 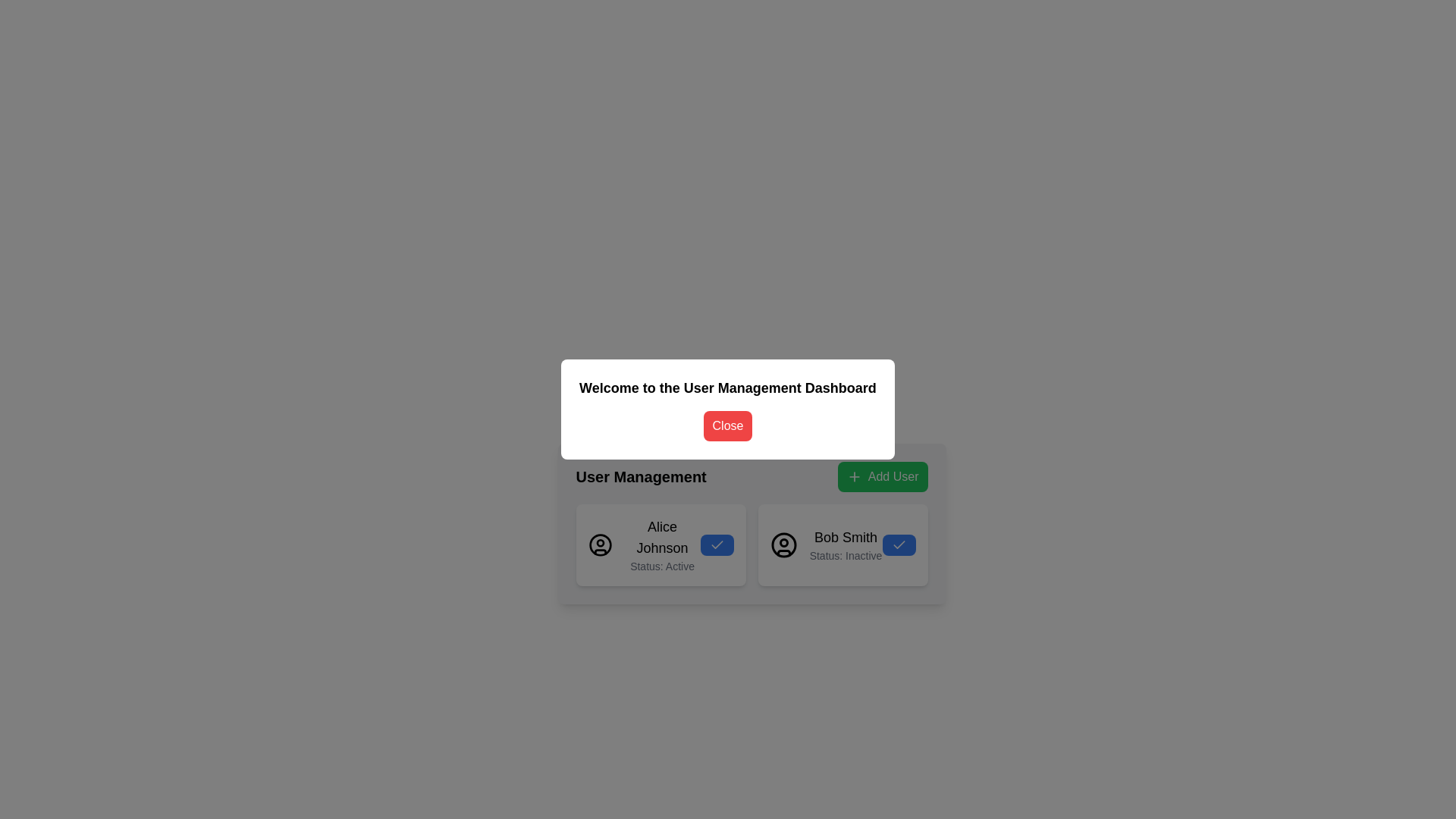 I want to click on the 'Alice Johnson' text block component, which displays the name in a larger bold font and the status as 'Status: Active' in smaller gray font, located, so click(x=662, y=544).